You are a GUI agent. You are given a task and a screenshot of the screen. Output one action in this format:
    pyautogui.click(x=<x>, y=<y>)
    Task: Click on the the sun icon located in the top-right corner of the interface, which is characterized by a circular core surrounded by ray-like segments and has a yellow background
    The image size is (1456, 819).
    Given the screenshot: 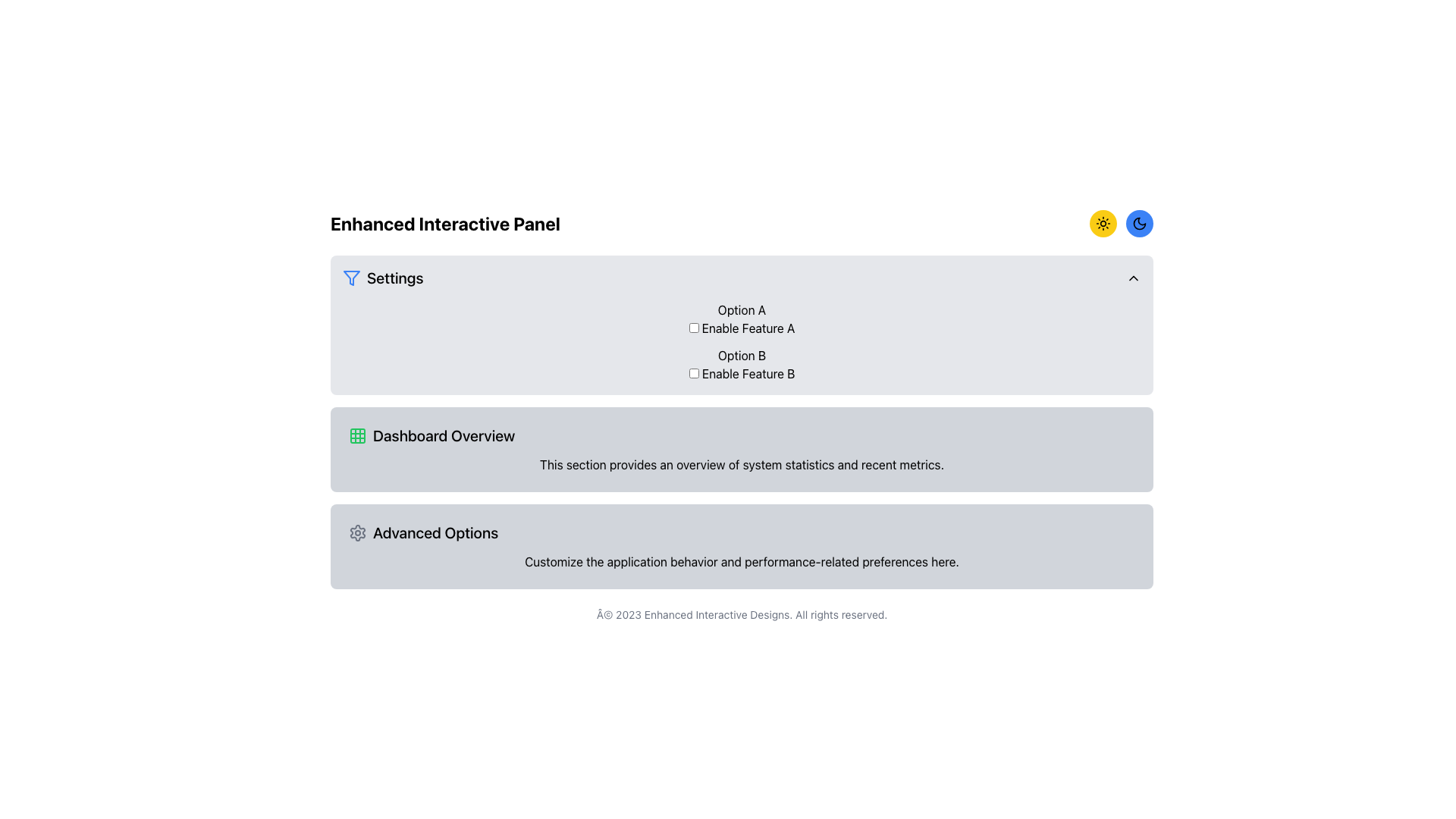 What is the action you would take?
    pyautogui.click(x=1103, y=223)
    